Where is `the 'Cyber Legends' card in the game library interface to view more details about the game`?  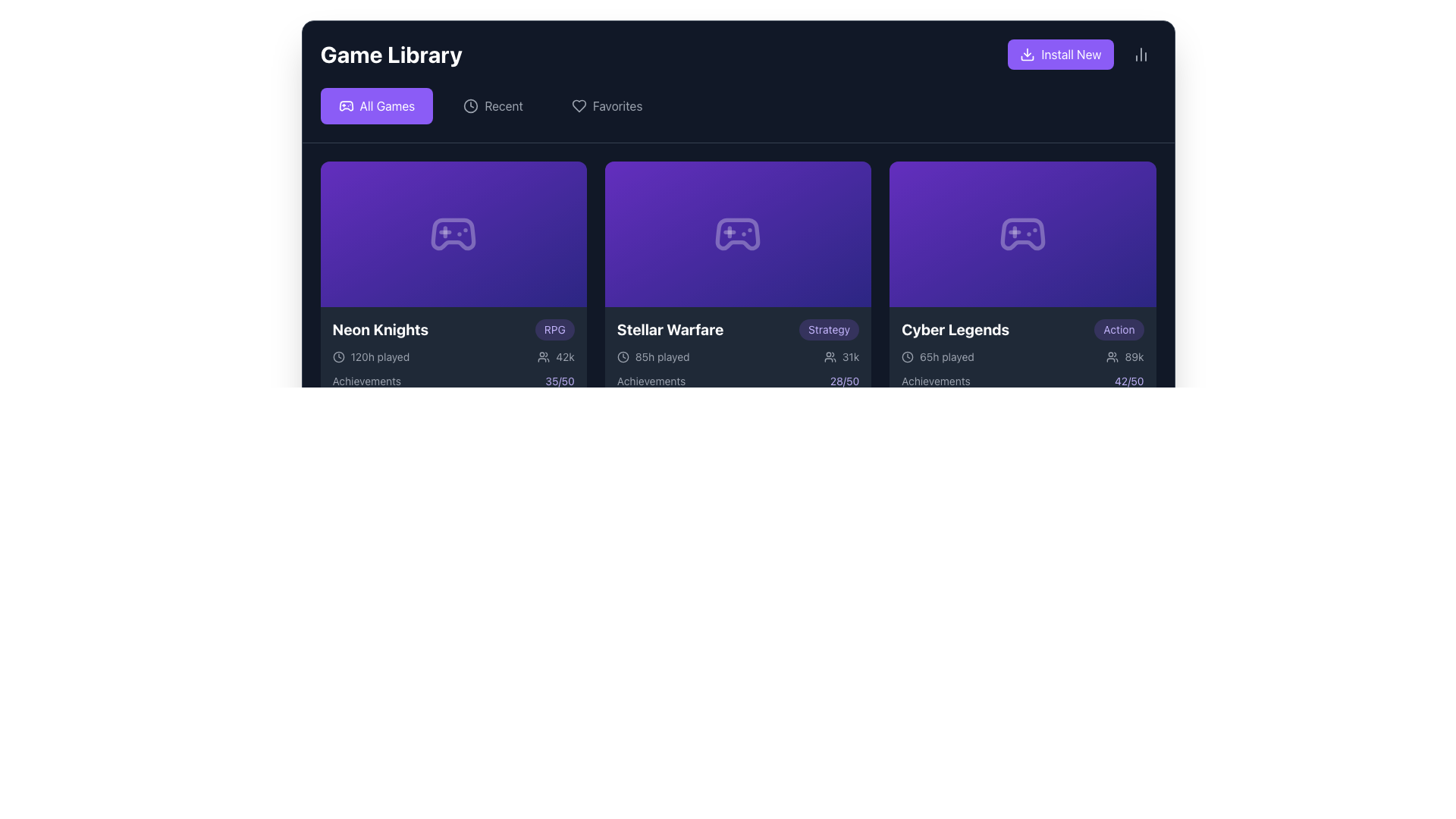 the 'Cyber Legends' card in the game library interface to view more details about the game is located at coordinates (1022, 287).